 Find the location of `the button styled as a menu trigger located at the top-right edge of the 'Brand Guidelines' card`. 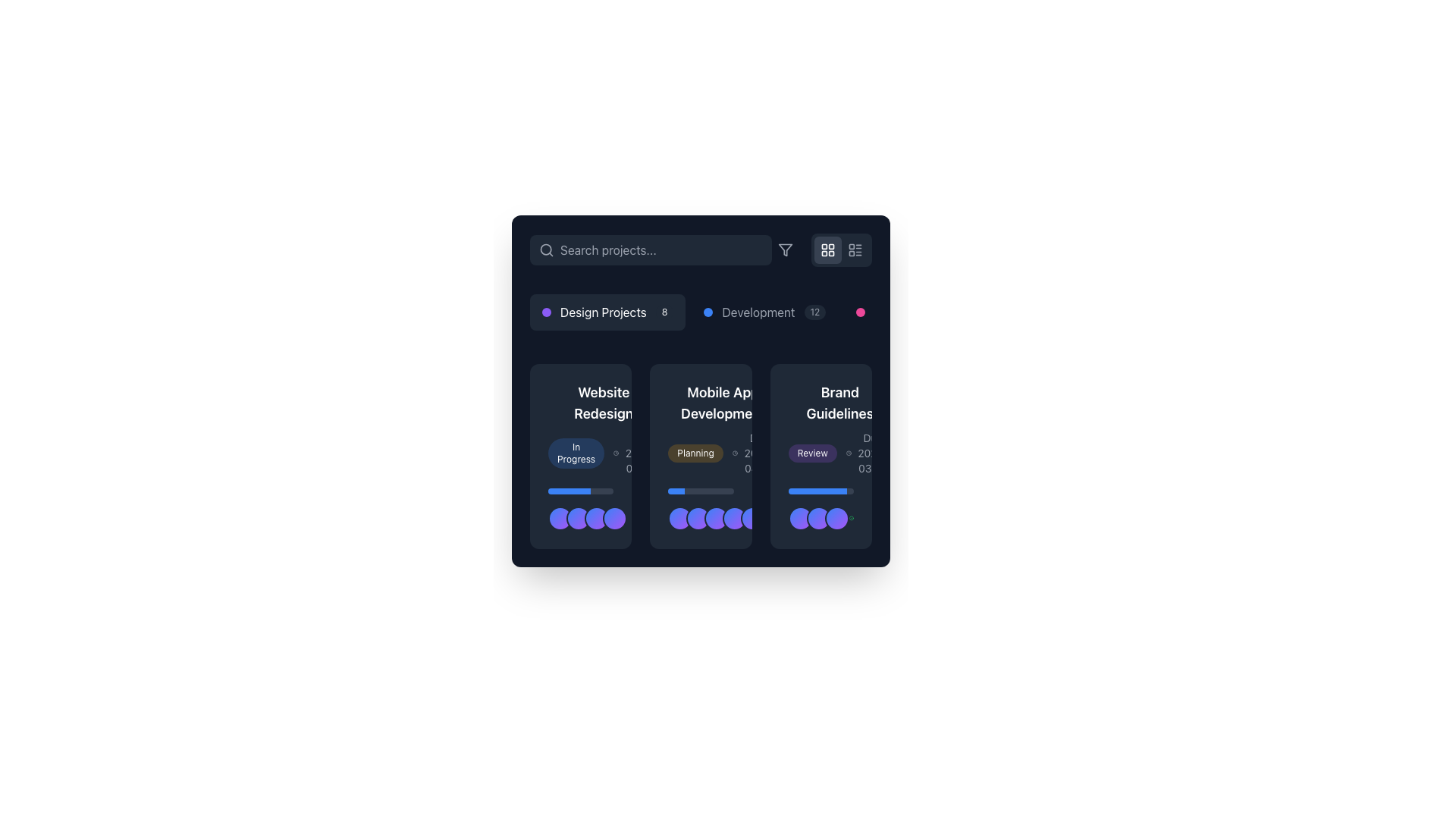

the button styled as a menu trigger located at the top-right edge of the 'Brand Guidelines' card is located at coordinates (905, 394).